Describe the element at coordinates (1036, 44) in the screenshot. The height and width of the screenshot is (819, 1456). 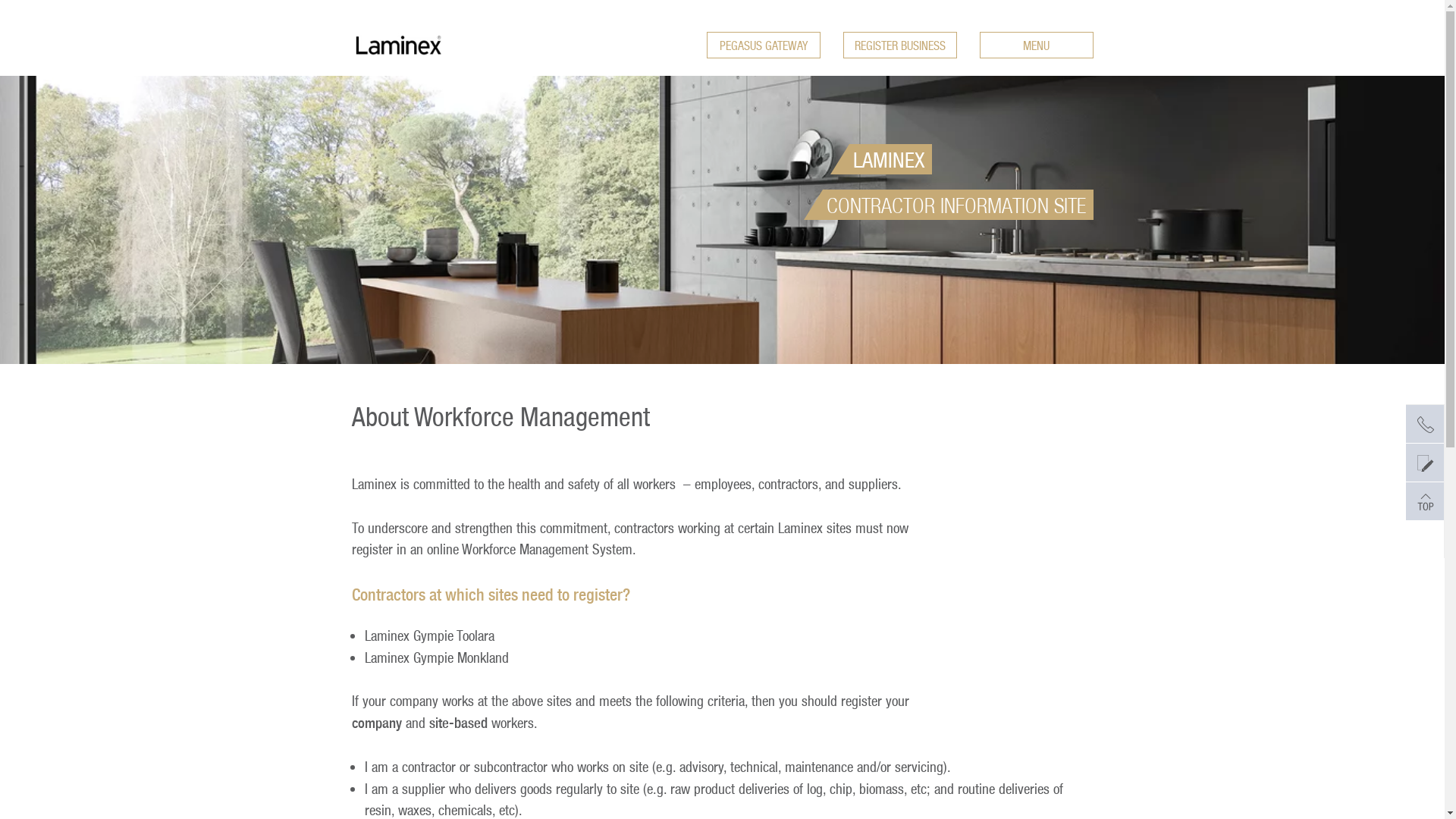
I see `'MENU'` at that location.